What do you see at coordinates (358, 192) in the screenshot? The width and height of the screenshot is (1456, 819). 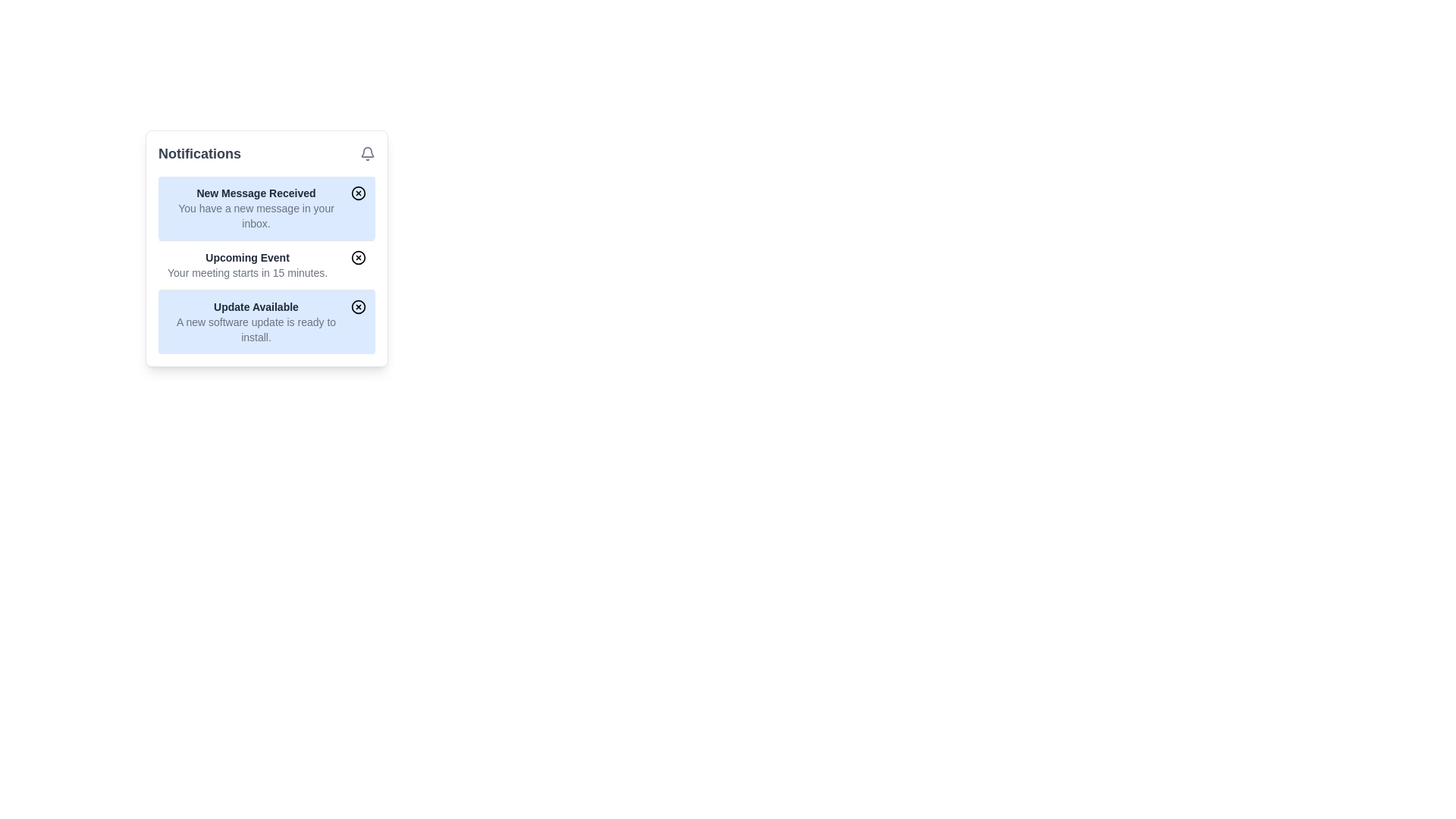 I see `the circular interactive button with a light blue background and an 'X' icon in the center, located at the top-right corner of the 'New Message Received' notification card` at bounding box center [358, 192].